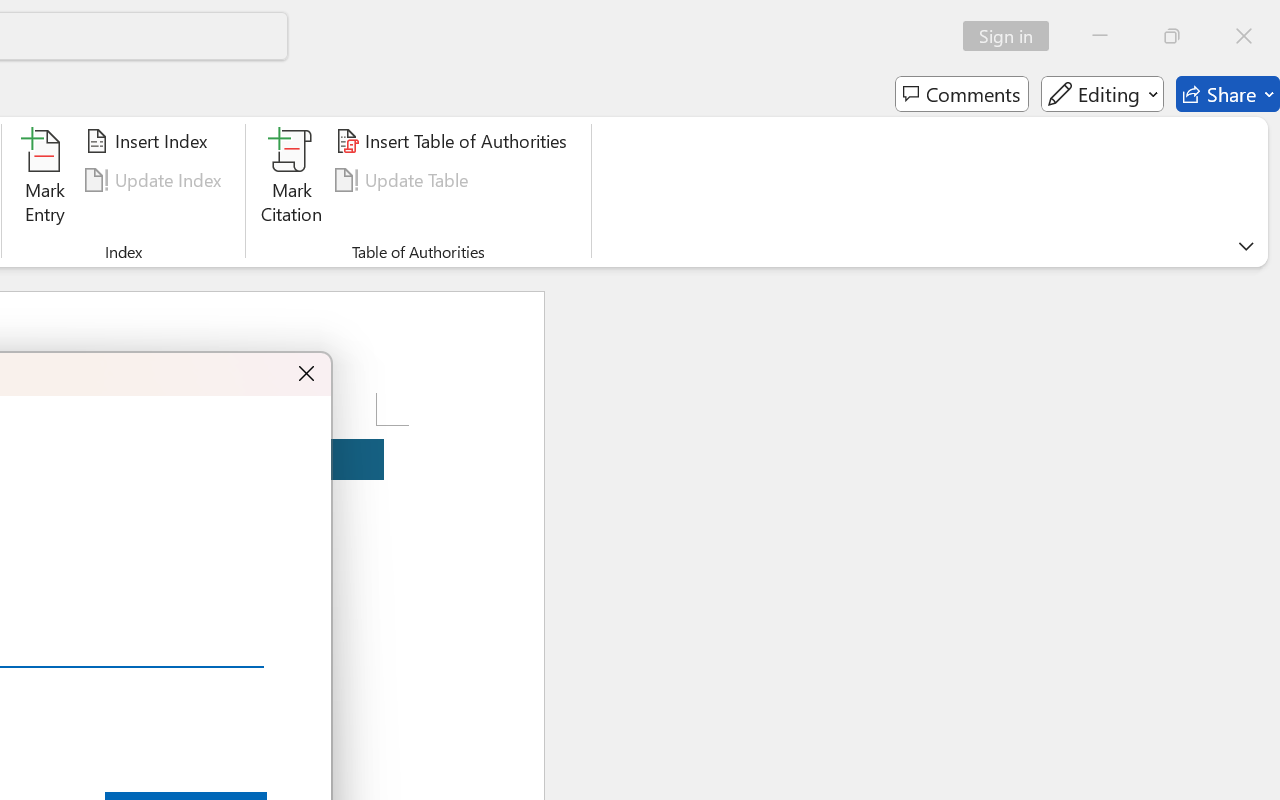 The height and width of the screenshot is (800, 1280). What do you see at coordinates (155, 179) in the screenshot?
I see `'Update Index'` at bounding box center [155, 179].